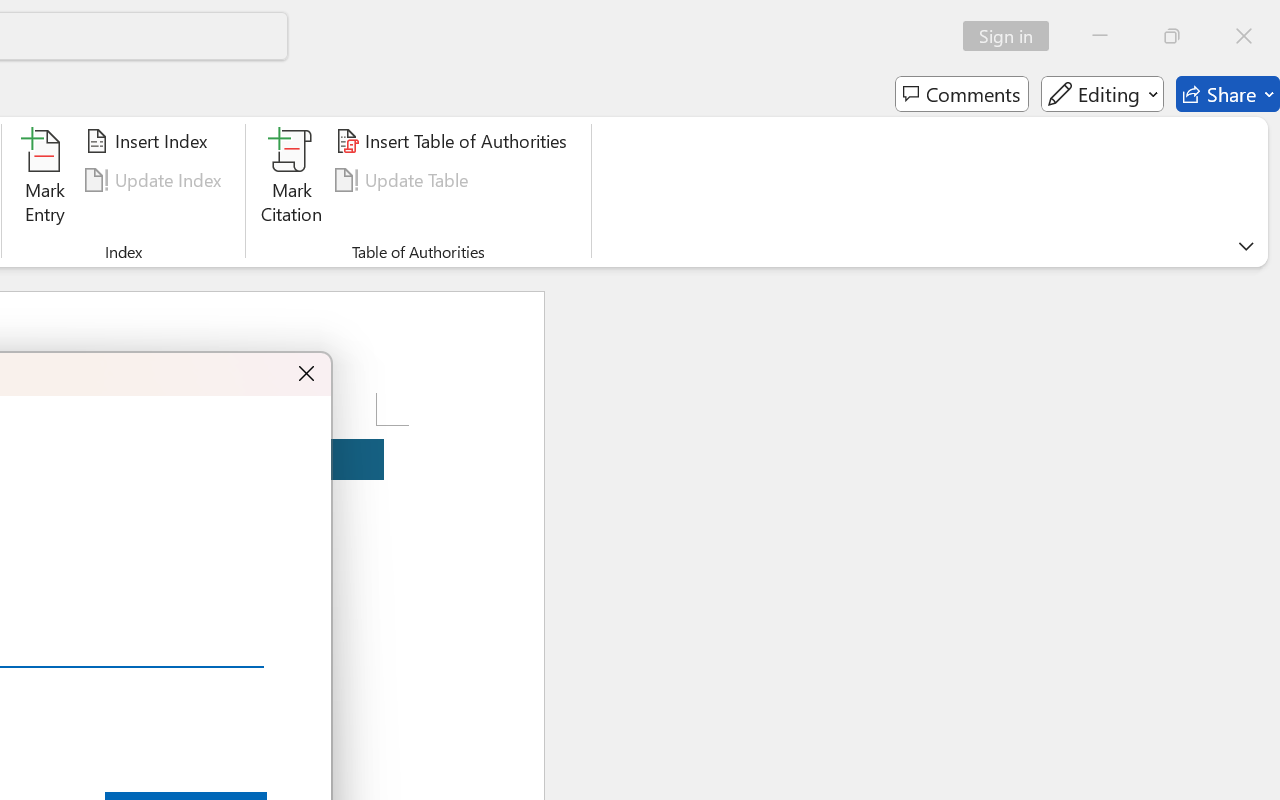 The height and width of the screenshot is (800, 1280). What do you see at coordinates (155, 179) in the screenshot?
I see `'Update Index'` at bounding box center [155, 179].